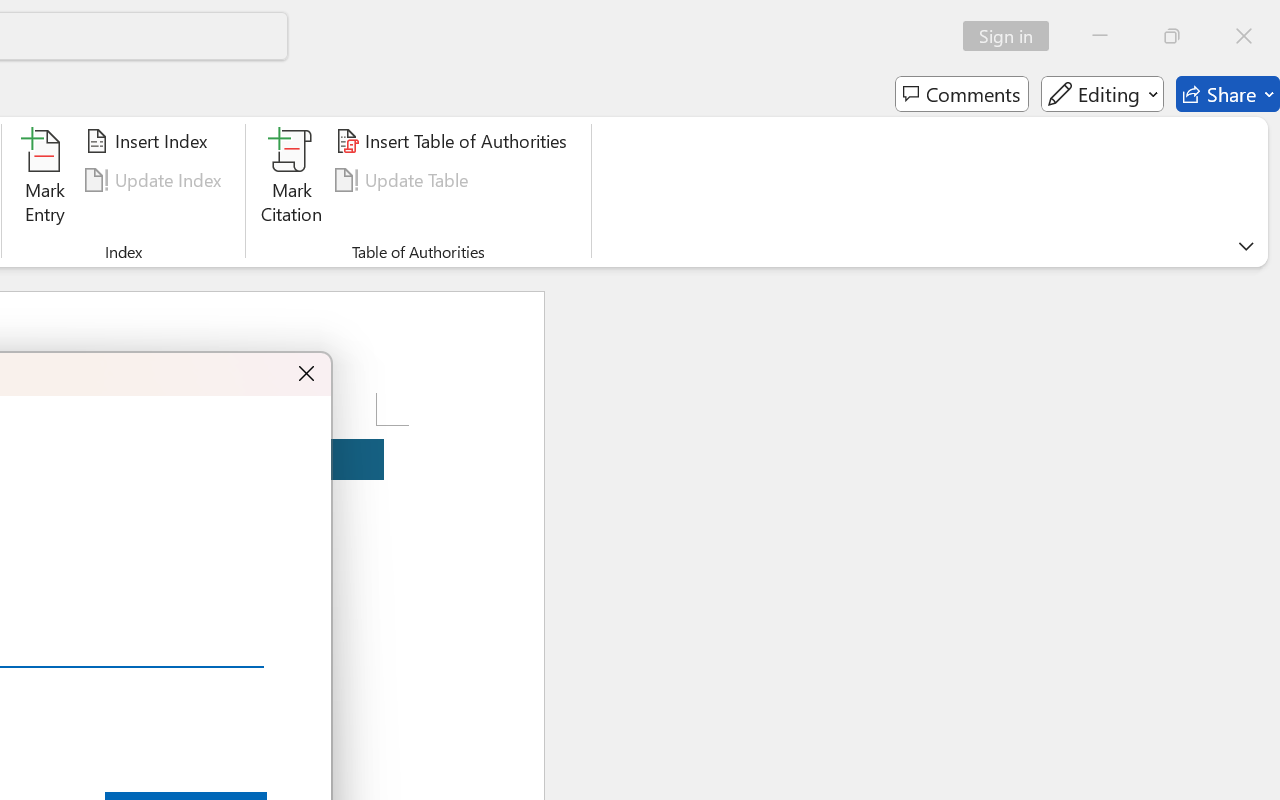 The height and width of the screenshot is (800, 1280). What do you see at coordinates (155, 179) in the screenshot?
I see `'Update Index'` at bounding box center [155, 179].